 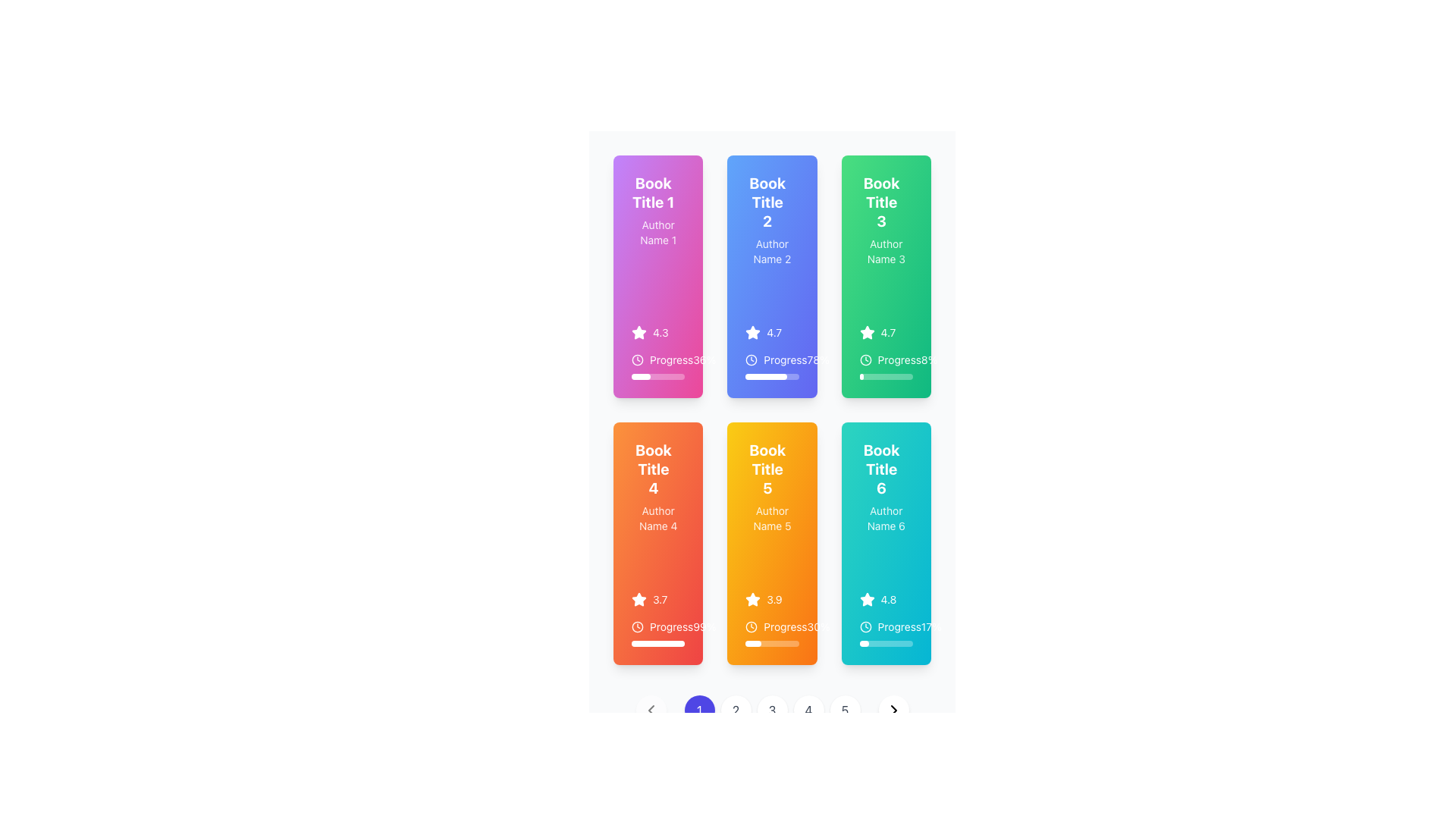 I want to click on the 'Progress' label displayed in white sans-serif font against a pink background, located beneath the text '4.3' and adjacent to a clock icon, so click(x=670, y=359).